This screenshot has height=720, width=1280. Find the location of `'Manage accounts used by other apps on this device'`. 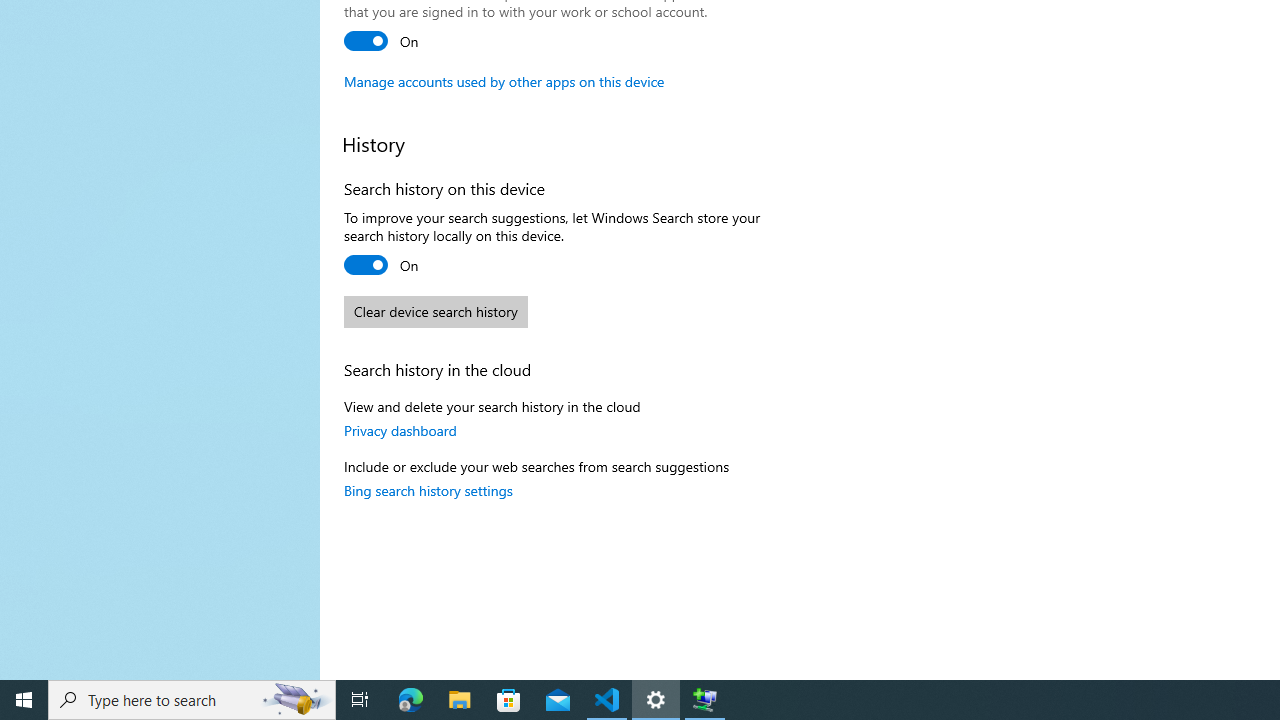

'Manage accounts used by other apps on this device' is located at coordinates (504, 80).